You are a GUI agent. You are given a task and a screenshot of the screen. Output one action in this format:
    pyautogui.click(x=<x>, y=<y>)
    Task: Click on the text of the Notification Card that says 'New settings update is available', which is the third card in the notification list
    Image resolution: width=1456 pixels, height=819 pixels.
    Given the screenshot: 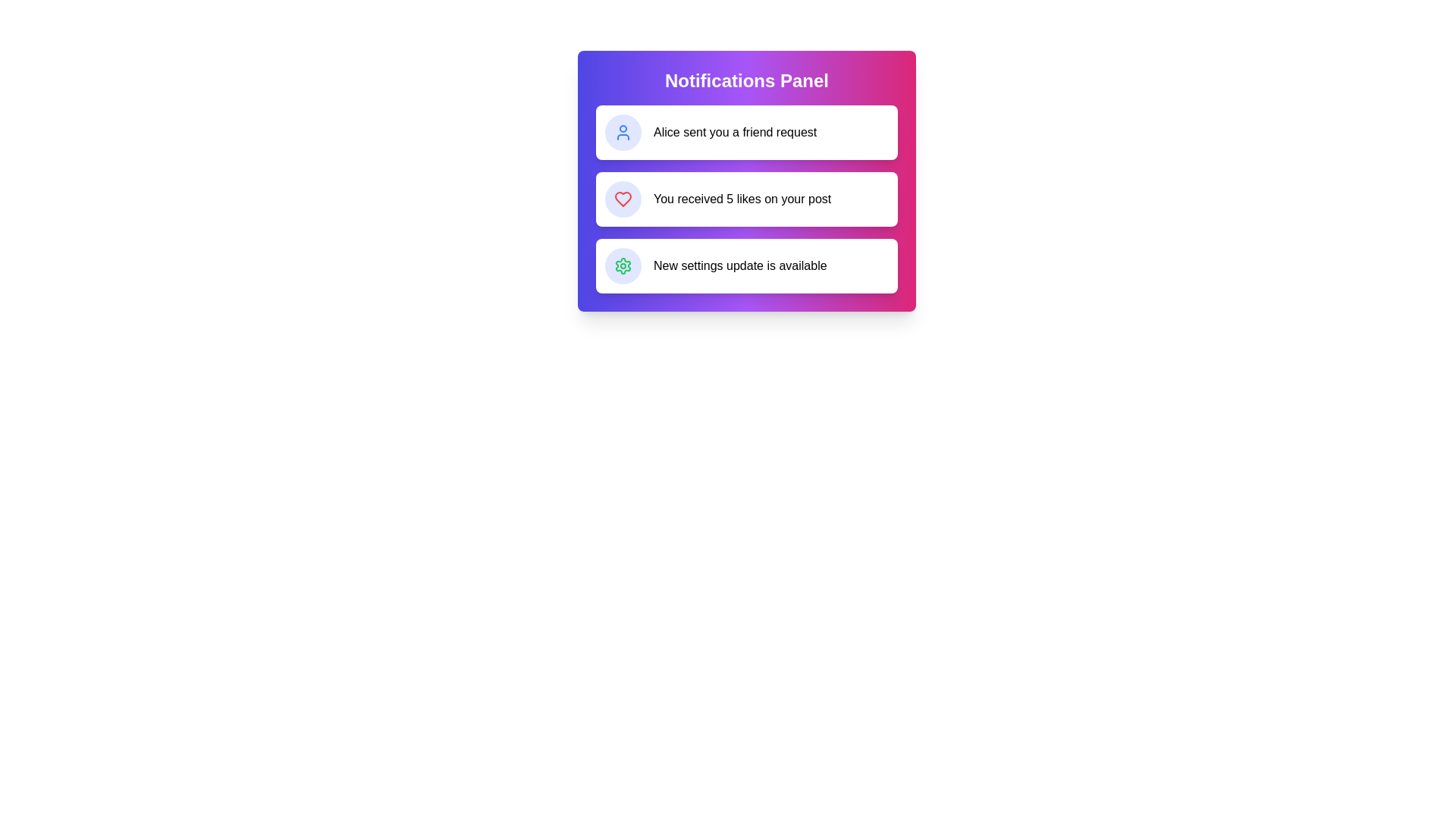 What is the action you would take?
    pyautogui.click(x=746, y=265)
    